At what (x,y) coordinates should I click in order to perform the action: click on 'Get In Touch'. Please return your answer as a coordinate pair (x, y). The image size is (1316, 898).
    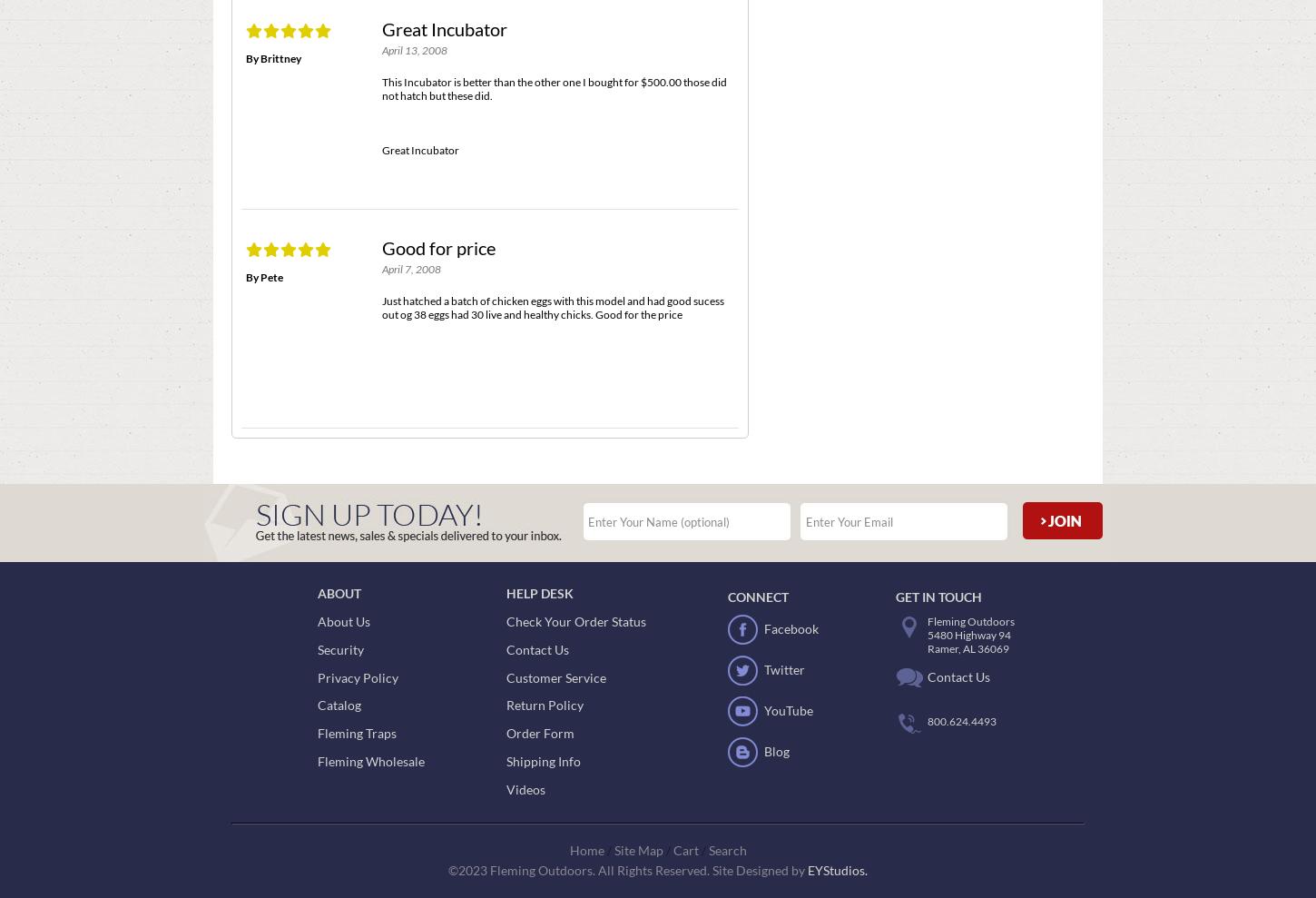
    Looking at the image, I should click on (896, 597).